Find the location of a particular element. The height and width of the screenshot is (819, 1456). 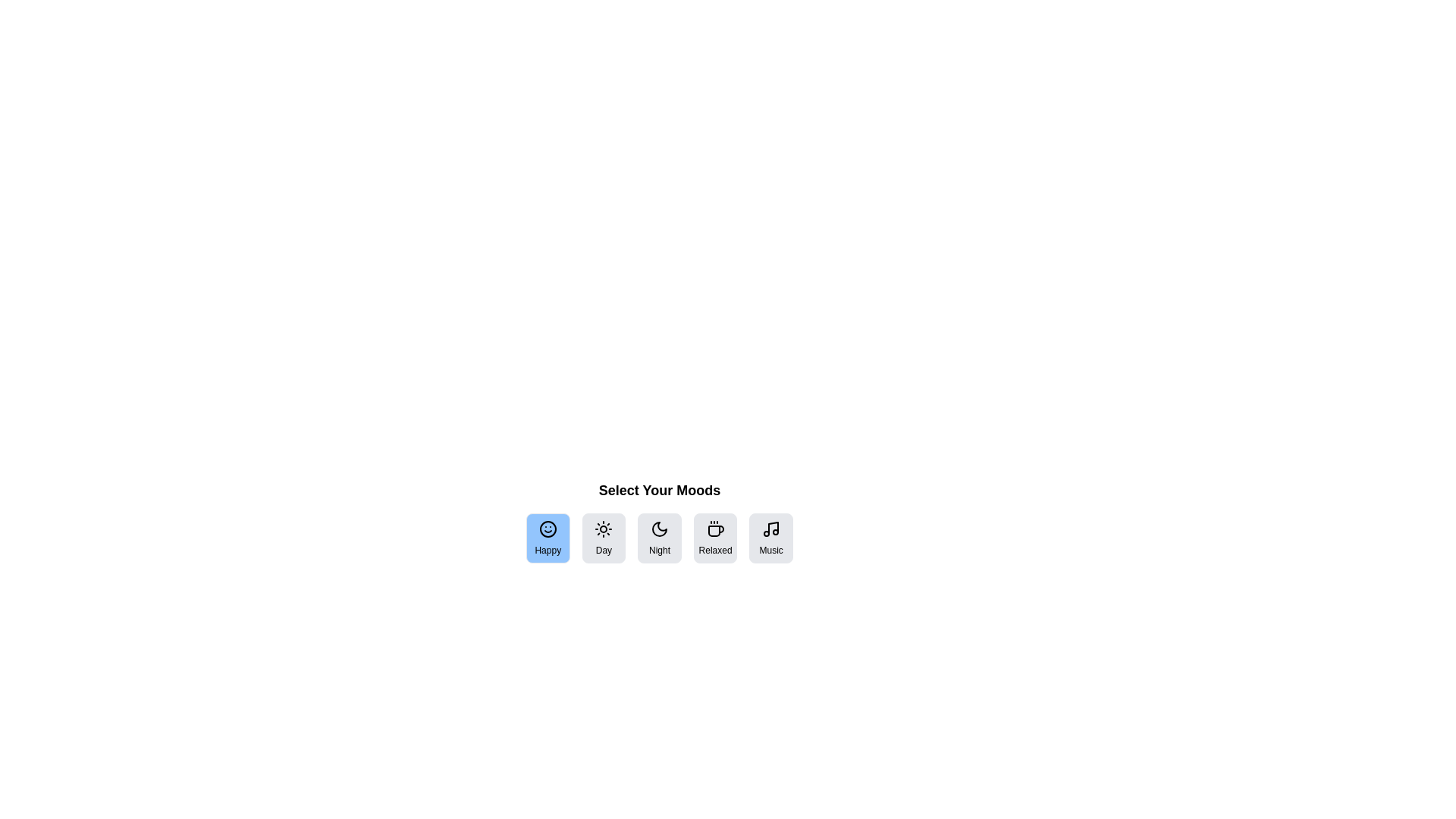

the icon representing the 'Night' option, which is located above the text 'Night' on the button in the center of the UI is located at coordinates (659, 529).